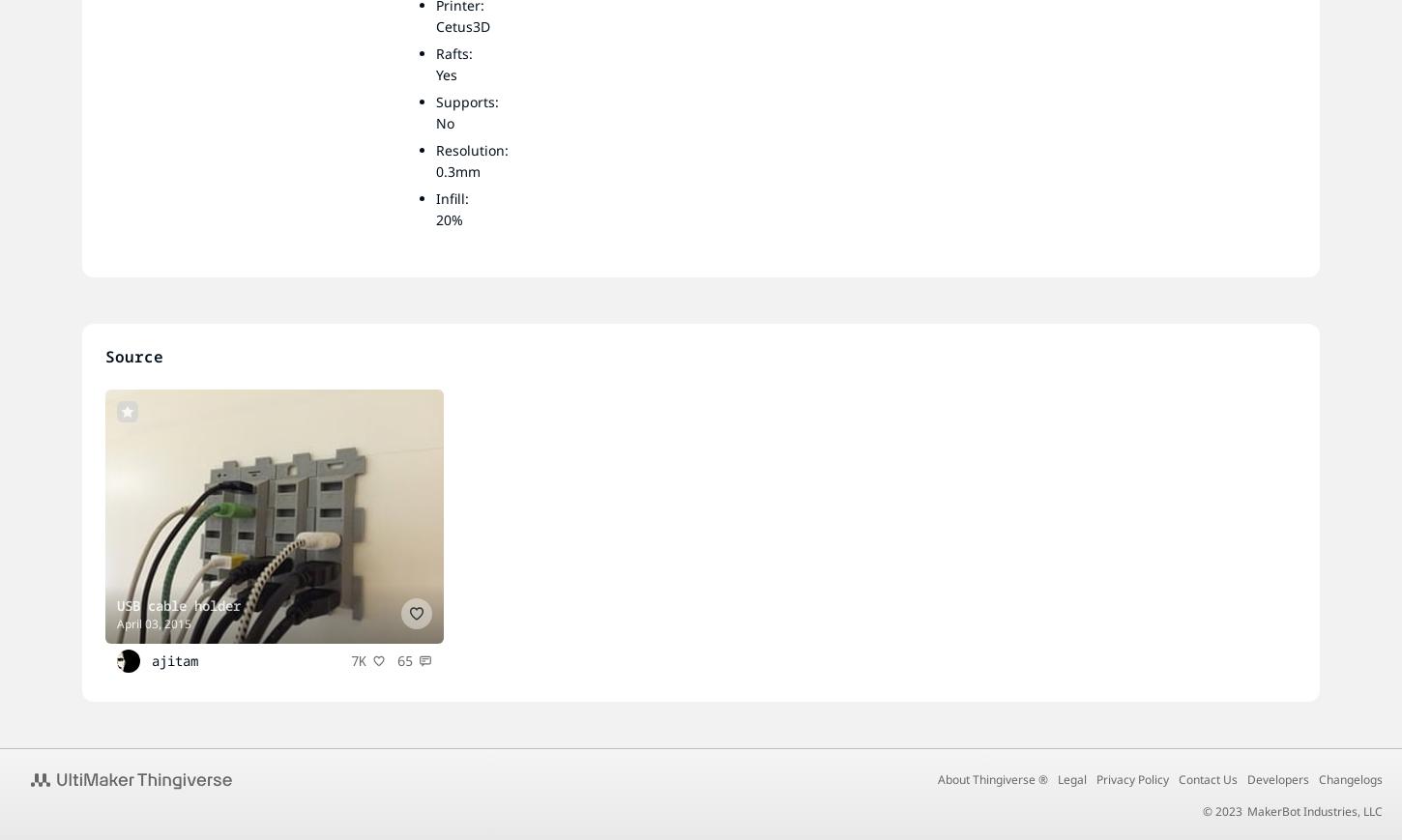 This screenshot has height=840, width=1402. What do you see at coordinates (449, 218) in the screenshot?
I see `'20%'` at bounding box center [449, 218].